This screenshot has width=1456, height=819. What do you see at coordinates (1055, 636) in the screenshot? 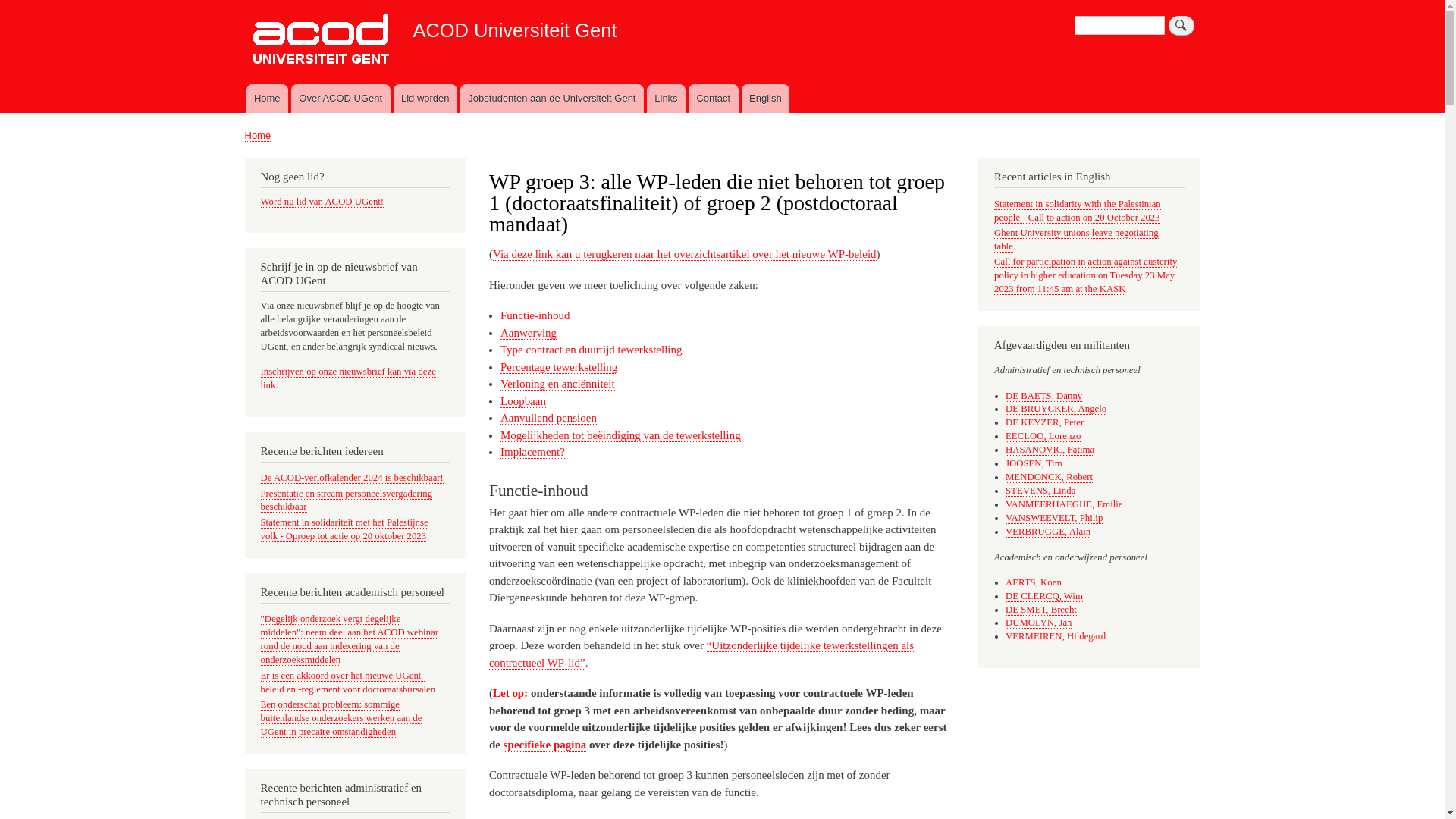
I see `'VERMEIREN, Hildegard'` at bounding box center [1055, 636].